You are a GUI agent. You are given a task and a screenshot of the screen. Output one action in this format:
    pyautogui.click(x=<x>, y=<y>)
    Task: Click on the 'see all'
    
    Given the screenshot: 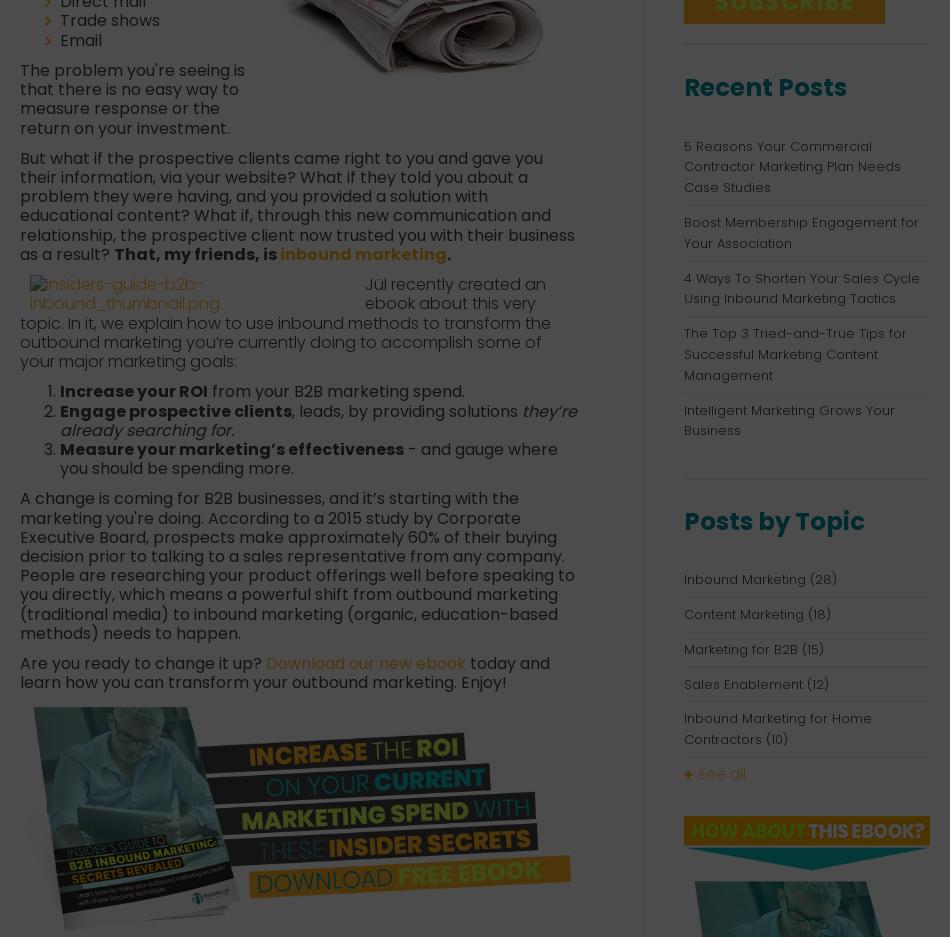 What is the action you would take?
    pyautogui.click(x=721, y=773)
    